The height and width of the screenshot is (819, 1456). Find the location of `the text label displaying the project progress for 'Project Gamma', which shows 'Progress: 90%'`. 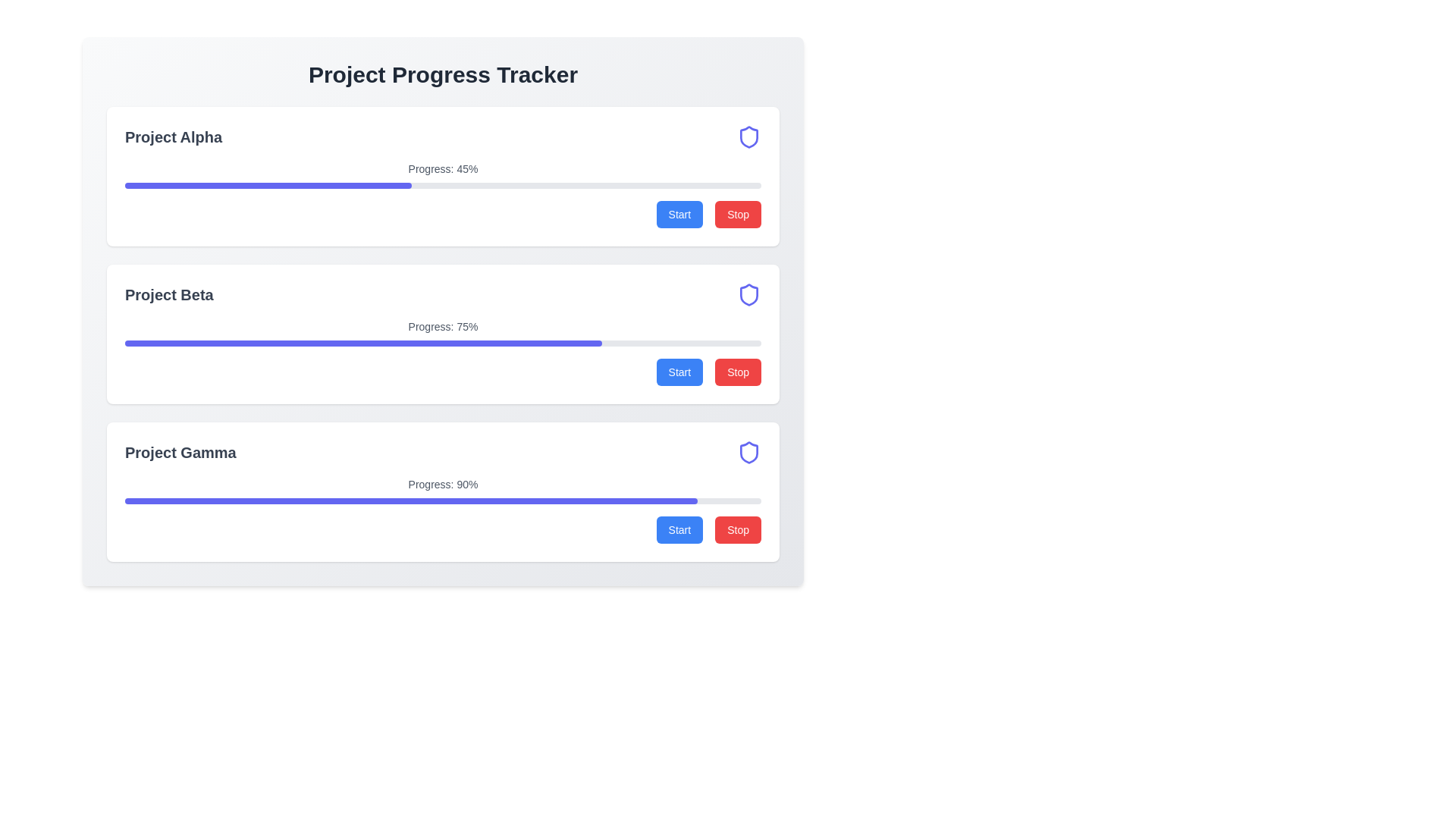

the text label displaying the project progress for 'Project Gamma', which shows 'Progress: 90%' is located at coordinates (442, 485).